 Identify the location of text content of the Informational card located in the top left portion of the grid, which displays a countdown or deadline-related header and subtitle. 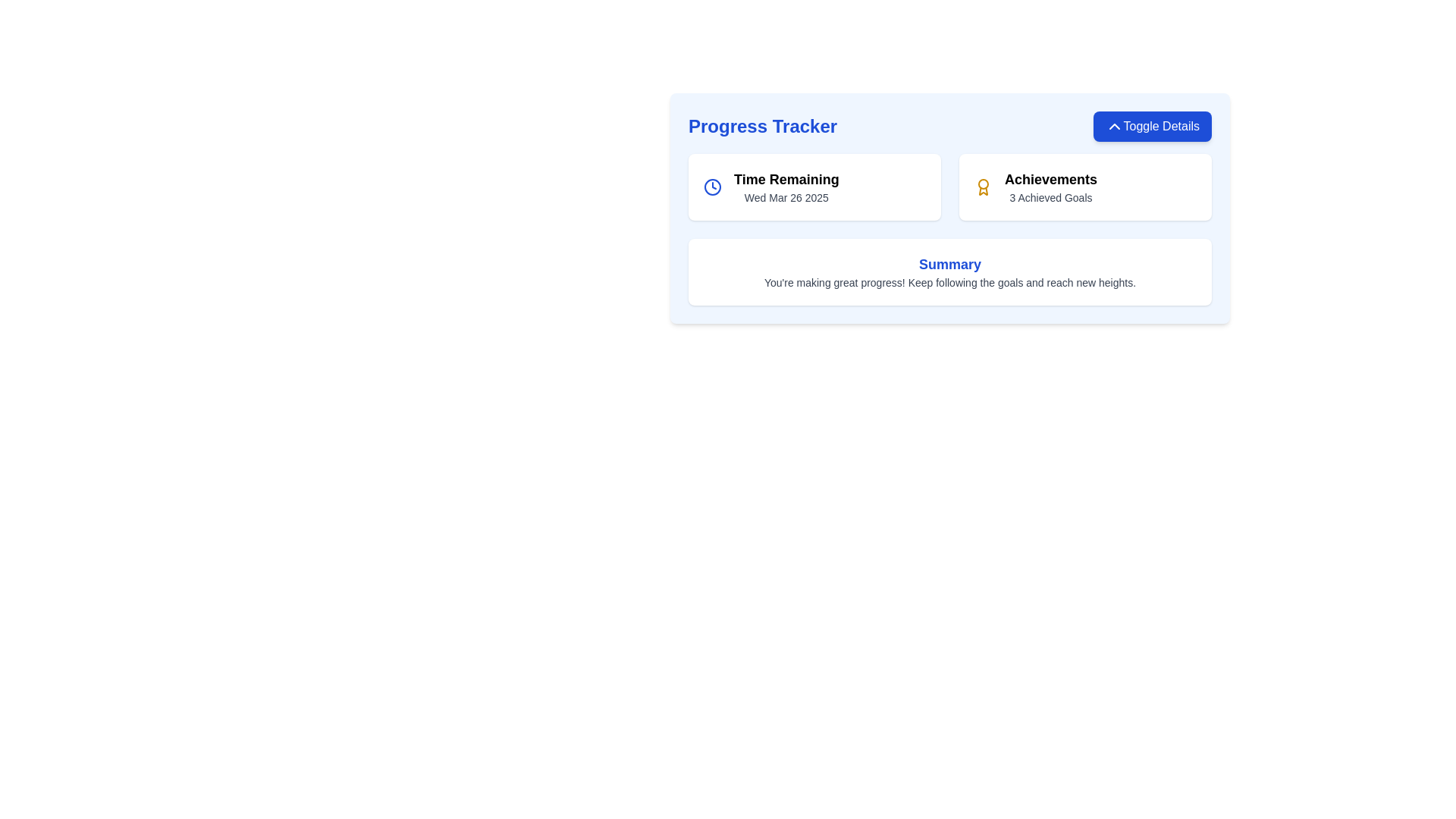
(814, 186).